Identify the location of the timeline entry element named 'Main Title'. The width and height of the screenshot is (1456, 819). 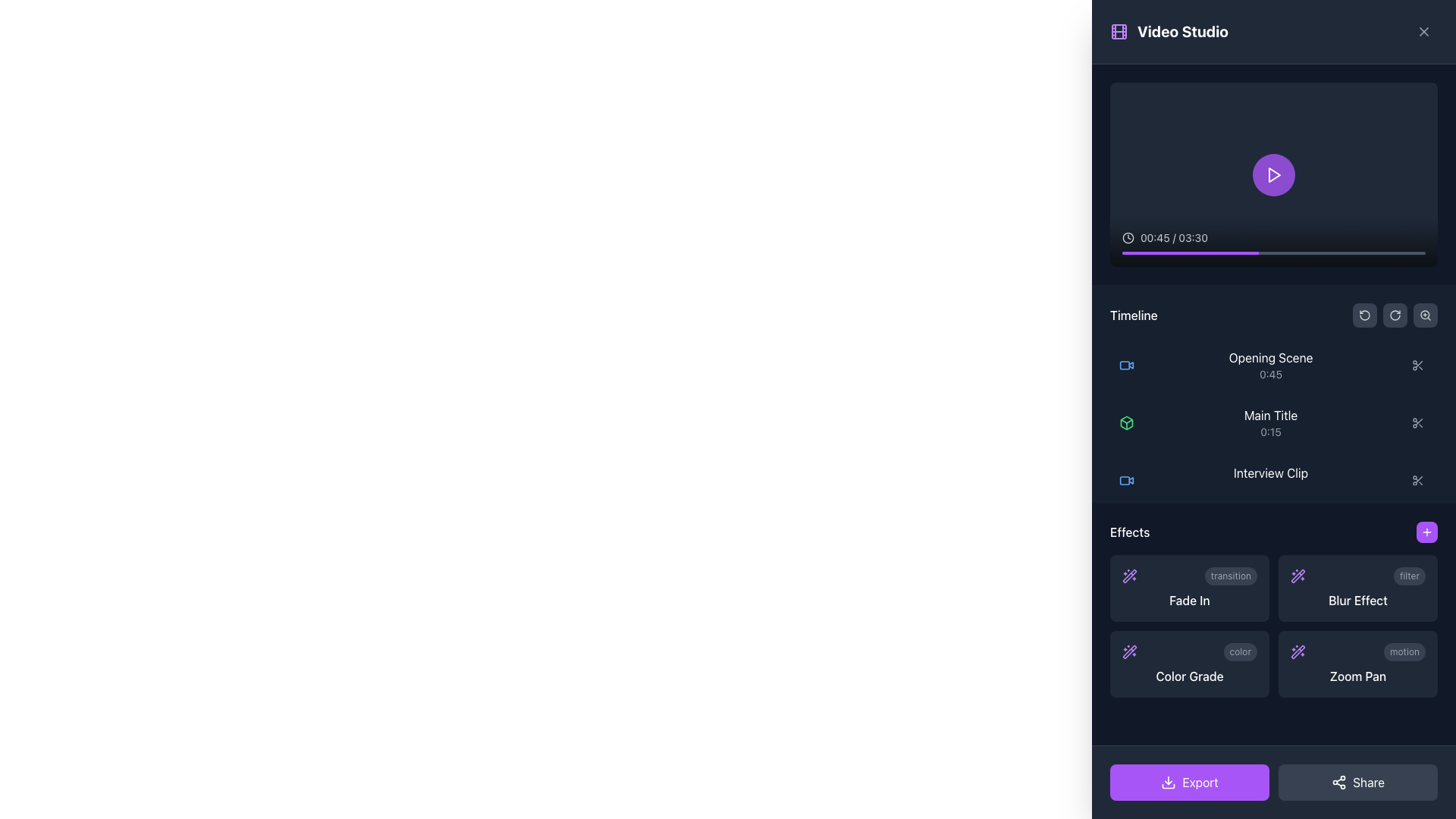
(1274, 412).